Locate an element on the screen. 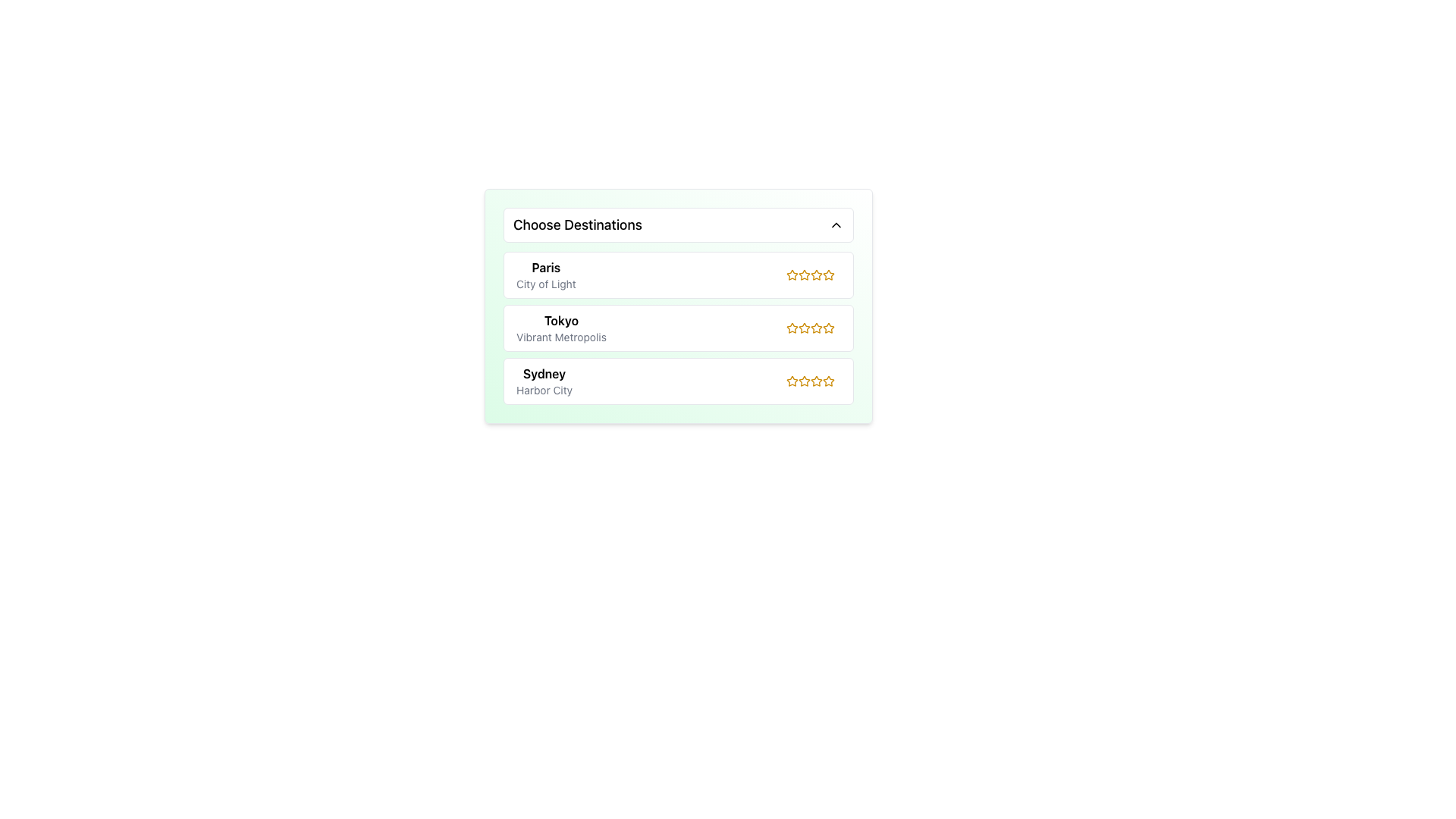 The height and width of the screenshot is (819, 1456). the text label that describes 'Tokyo' as a 'Vibrant Metropolis', which is located below the 'Tokyo' label in the selection interface is located at coordinates (560, 336).